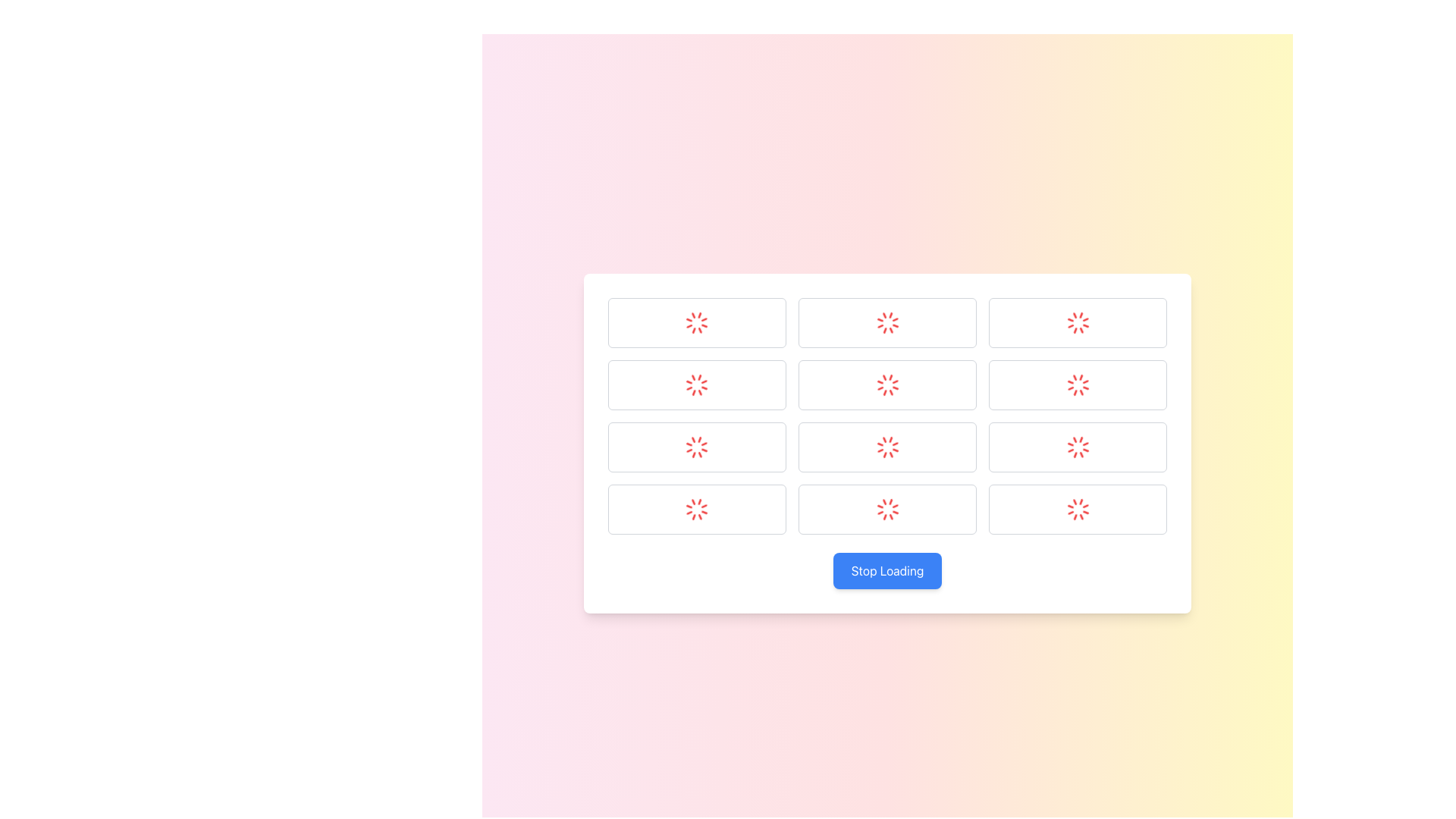 The width and height of the screenshot is (1456, 819). I want to click on the progress of the Spinning Loader Icon located in the sixth card of a 3x4 grid layout, specifically in the second row and third column, indicating ongoing activity, so click(1077, 447).